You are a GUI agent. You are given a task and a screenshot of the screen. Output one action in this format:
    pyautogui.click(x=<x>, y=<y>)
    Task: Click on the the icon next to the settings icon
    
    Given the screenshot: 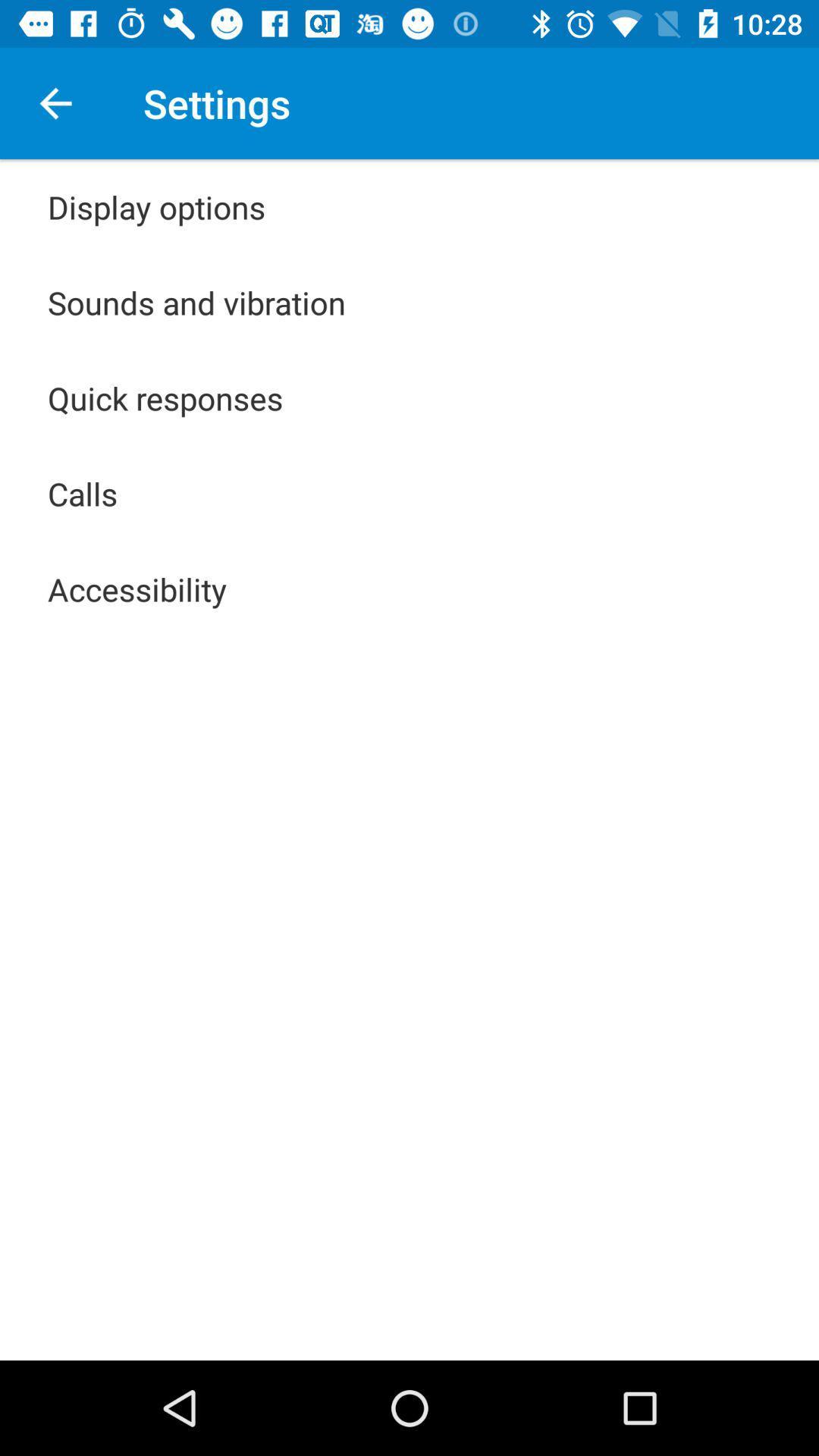 What is the action you would take?
    pyautogui.click(x=55, y=102)
    